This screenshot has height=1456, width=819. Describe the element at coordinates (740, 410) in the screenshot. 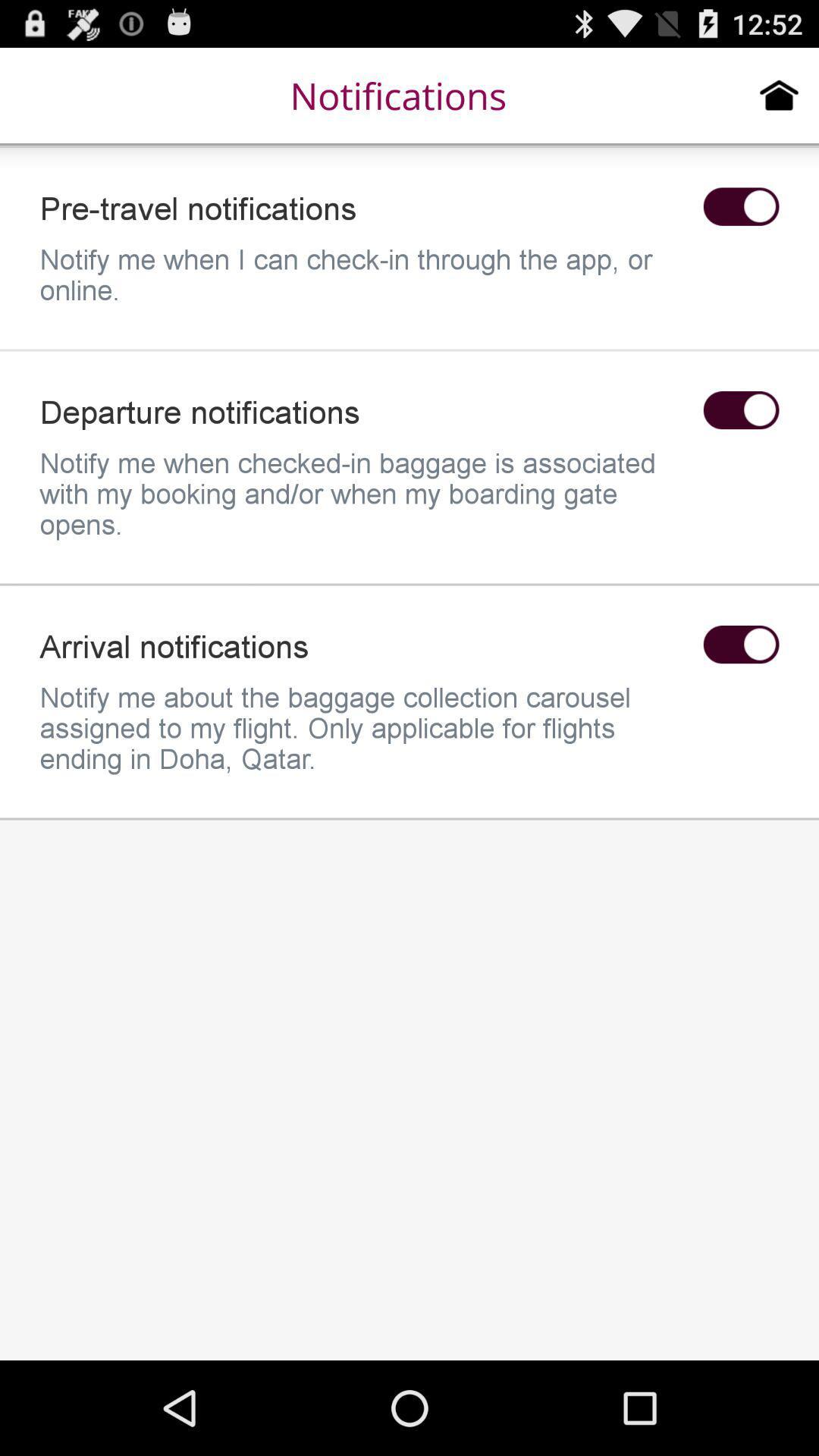

I see `enable/disable` at that location.